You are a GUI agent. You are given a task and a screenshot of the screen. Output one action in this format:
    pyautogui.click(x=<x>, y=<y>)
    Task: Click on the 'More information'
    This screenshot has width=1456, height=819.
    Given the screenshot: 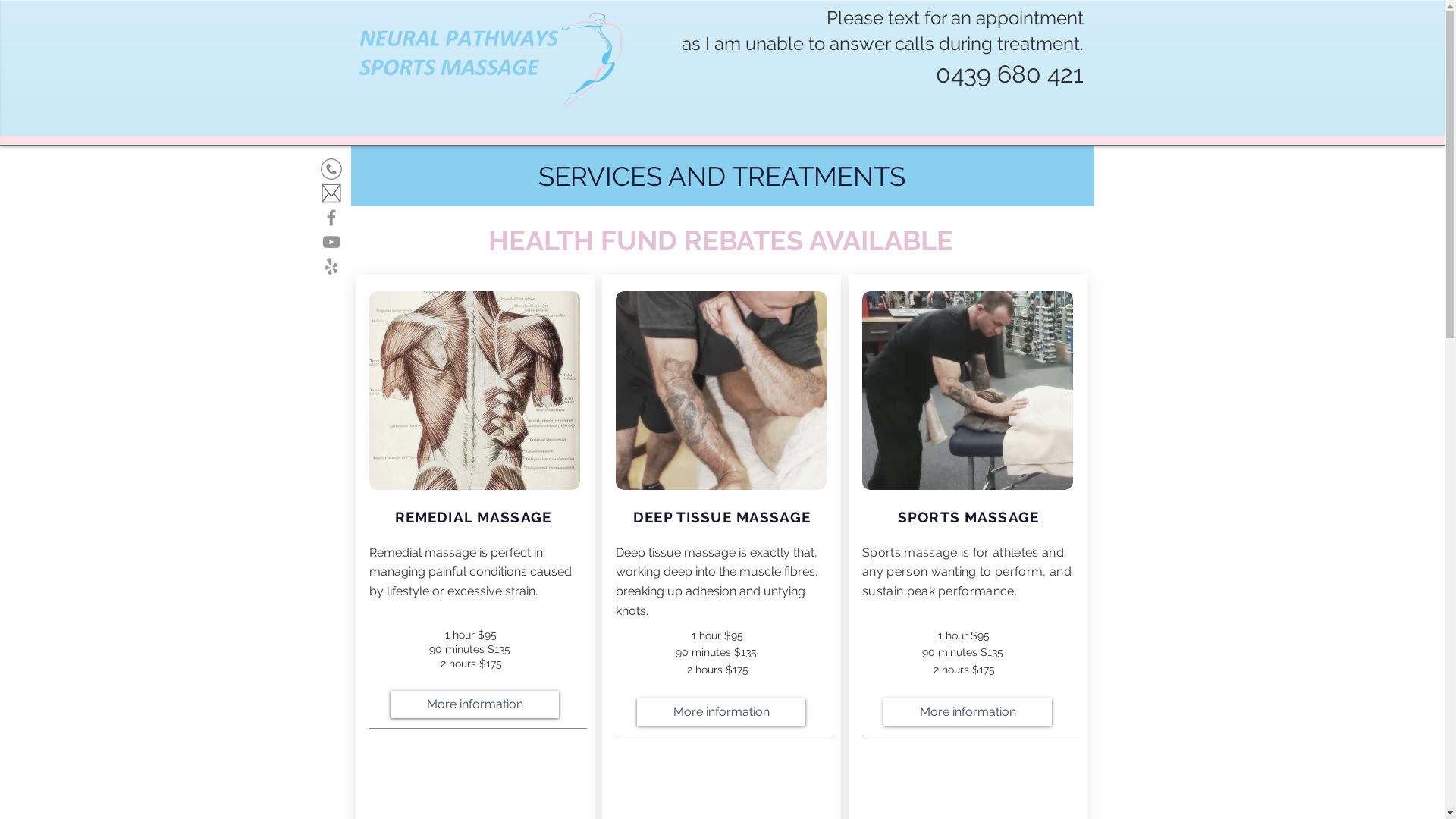 What is the action you would take?
    pyautogui.click(x=720, y=711)
    